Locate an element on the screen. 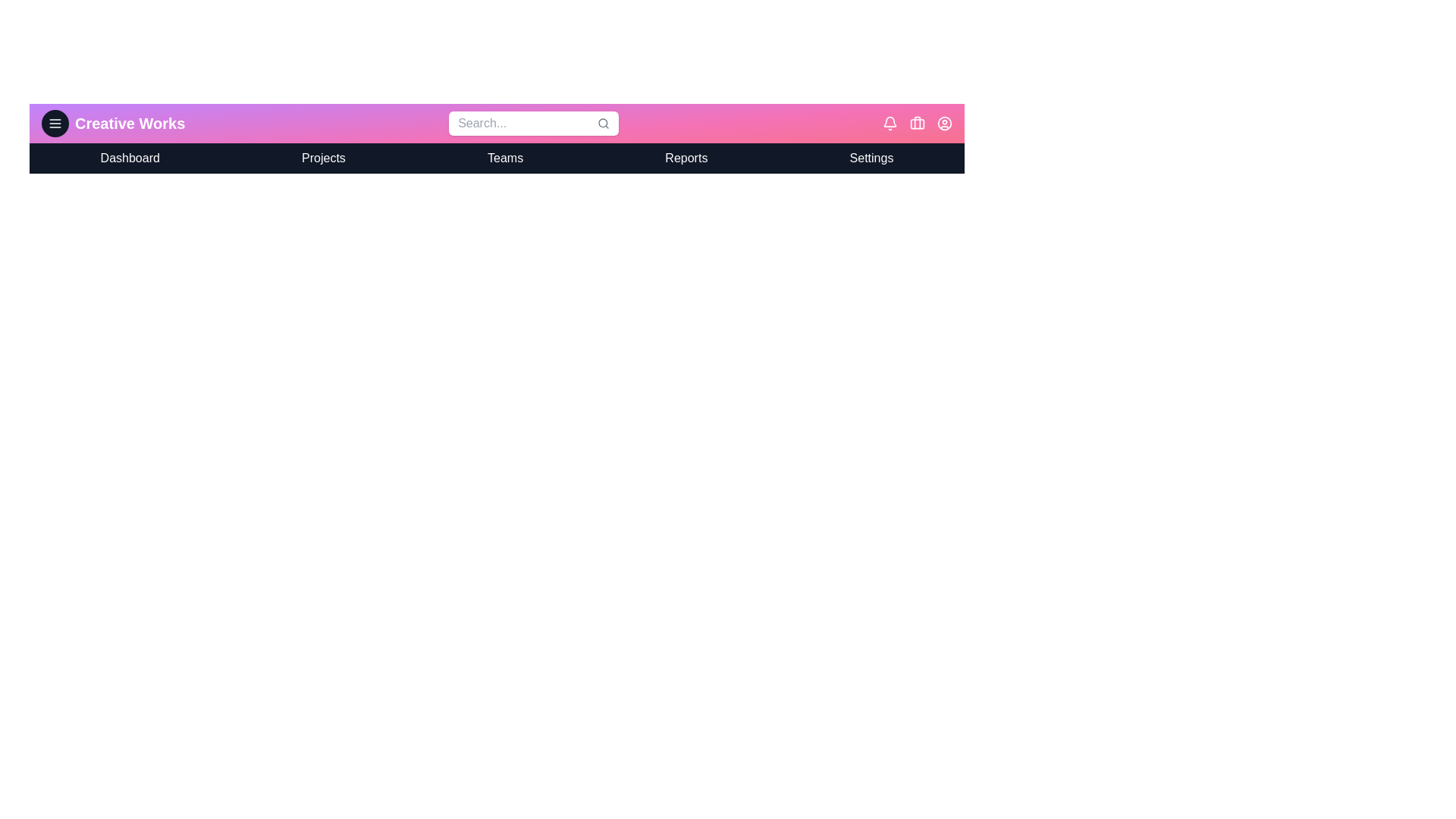 The height and width of the screenshot is (819, 1456). the briefcase icon to access related functionalities is located at coordinates (916, 122).